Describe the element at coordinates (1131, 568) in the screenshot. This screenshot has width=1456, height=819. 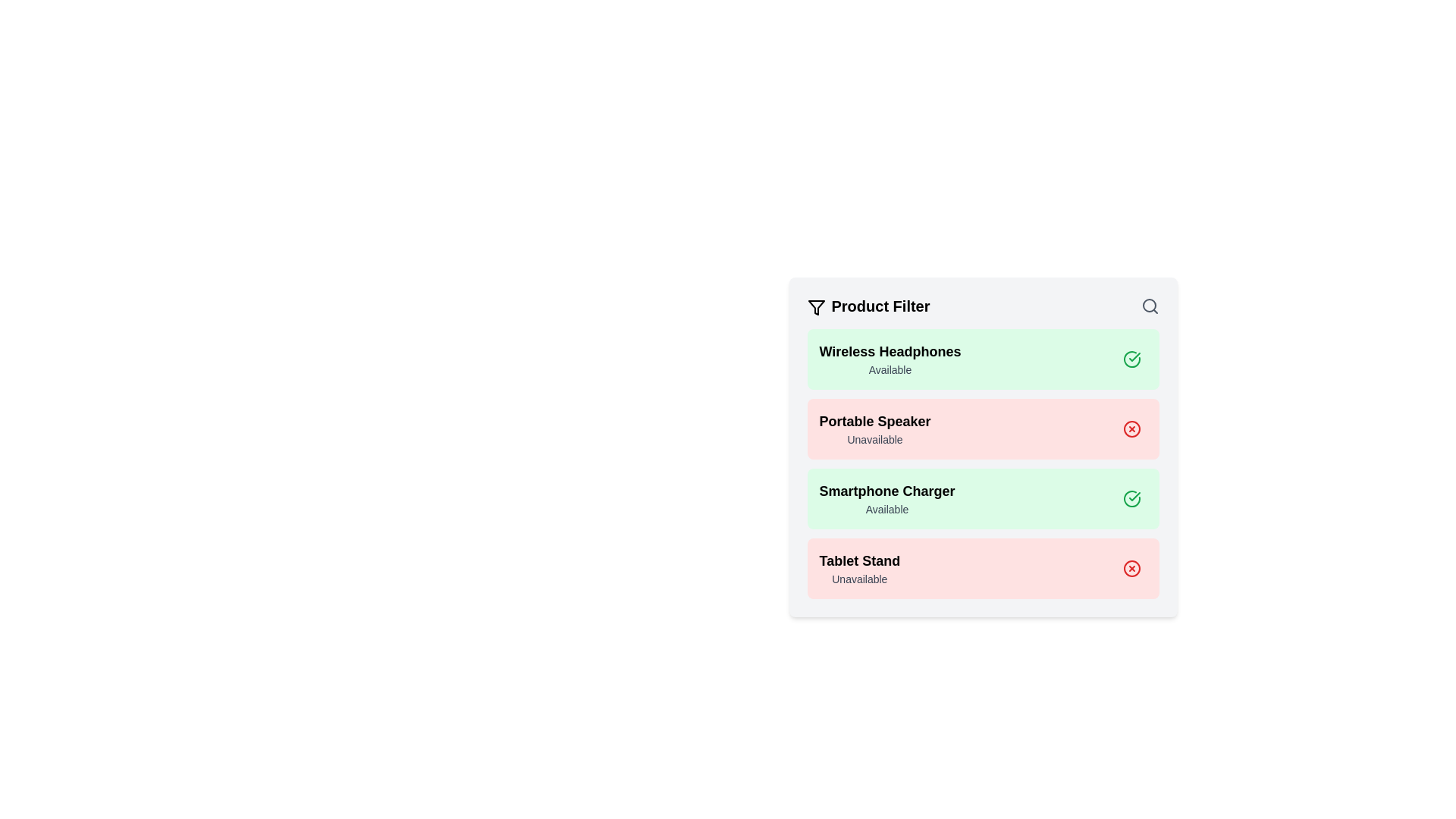
I see `the button located at the far right of the row labeled 'Tablet Stand Unavailable'` at that location.